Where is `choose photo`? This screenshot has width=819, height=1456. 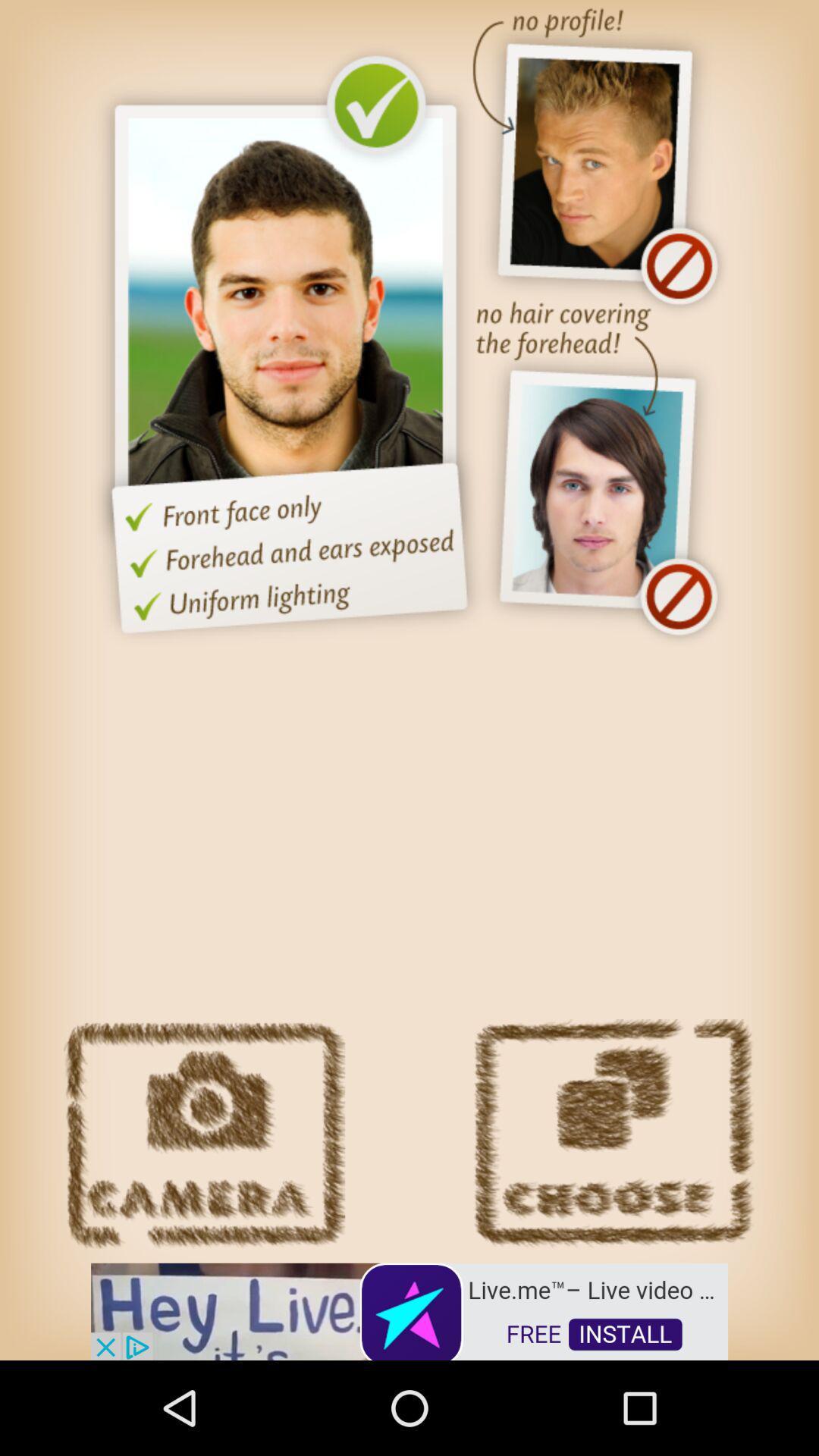
choose photo is located at coordinates (613, 1134).